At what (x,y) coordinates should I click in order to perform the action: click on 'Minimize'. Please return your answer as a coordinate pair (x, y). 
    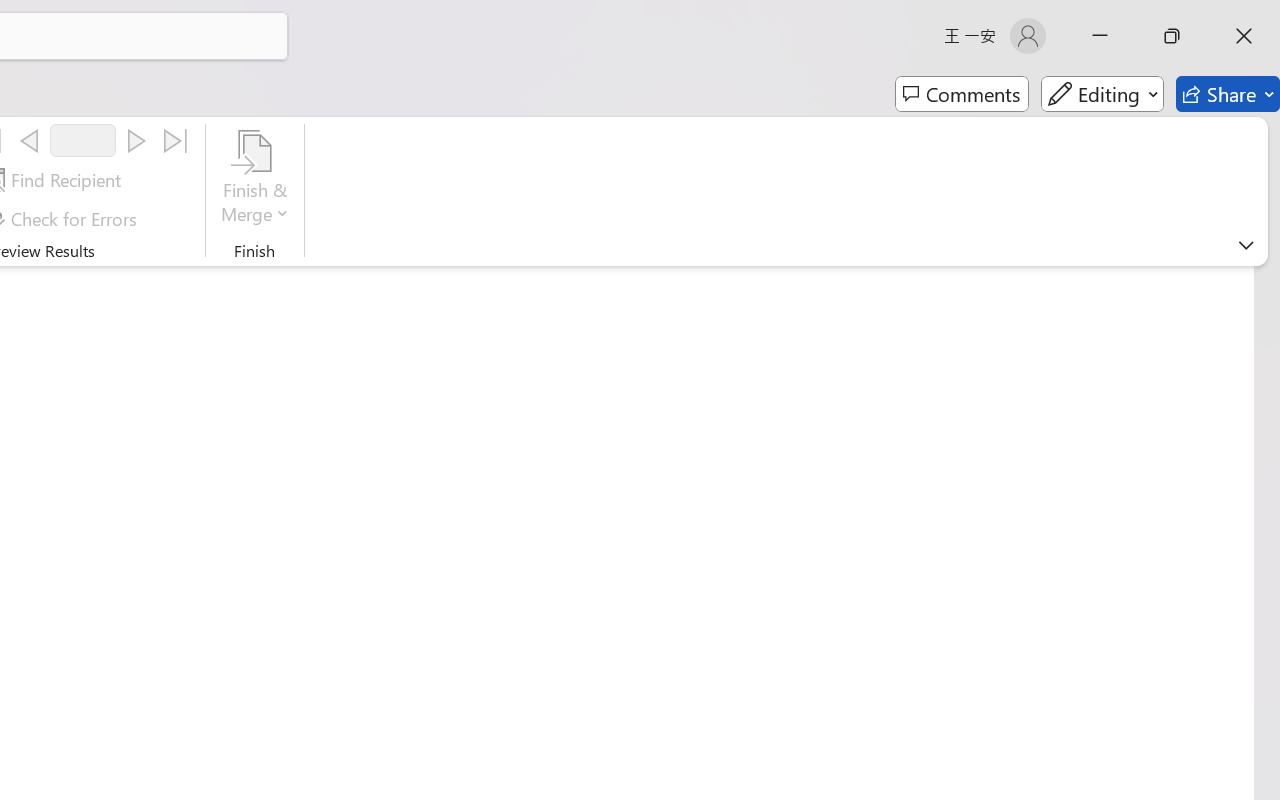
    Looking at the image, I should click on (1099, 35).